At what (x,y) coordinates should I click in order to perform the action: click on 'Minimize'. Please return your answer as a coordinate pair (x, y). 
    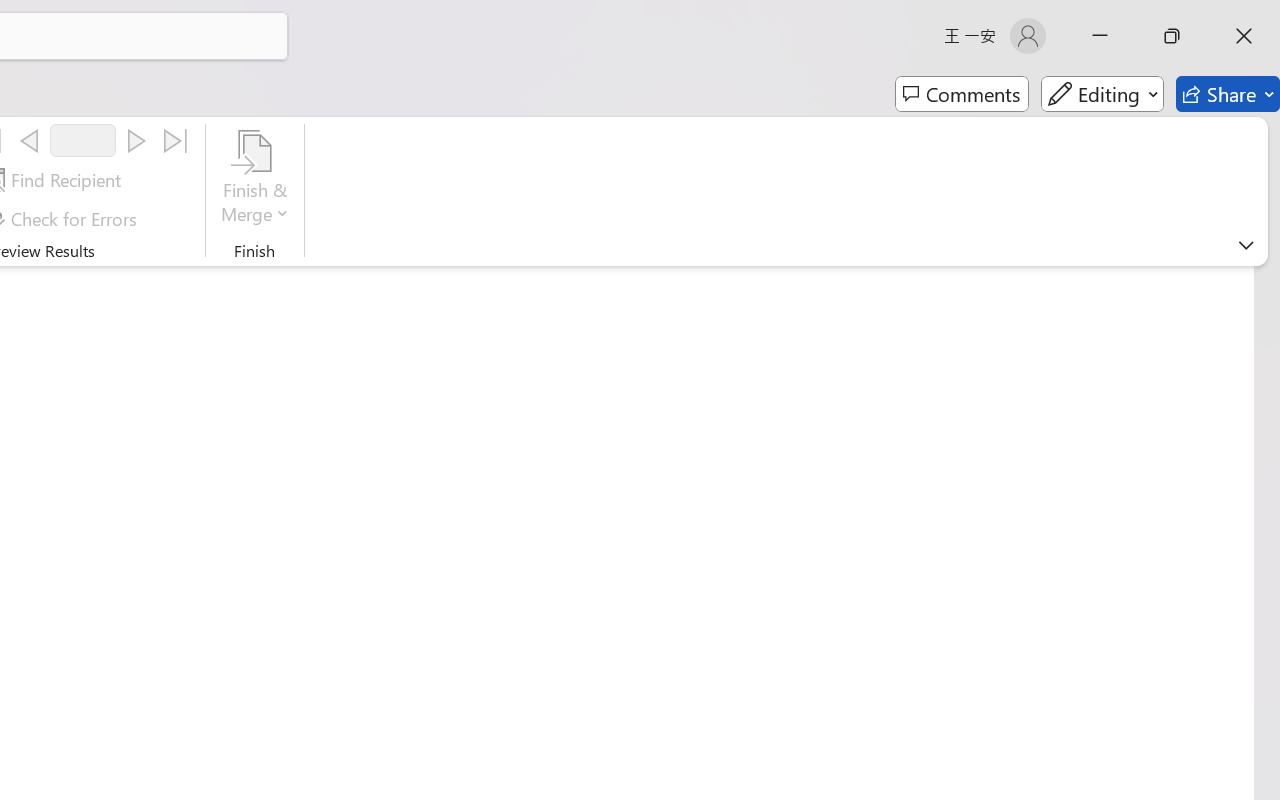
    Looking at the image, I should click on (1099, 35).